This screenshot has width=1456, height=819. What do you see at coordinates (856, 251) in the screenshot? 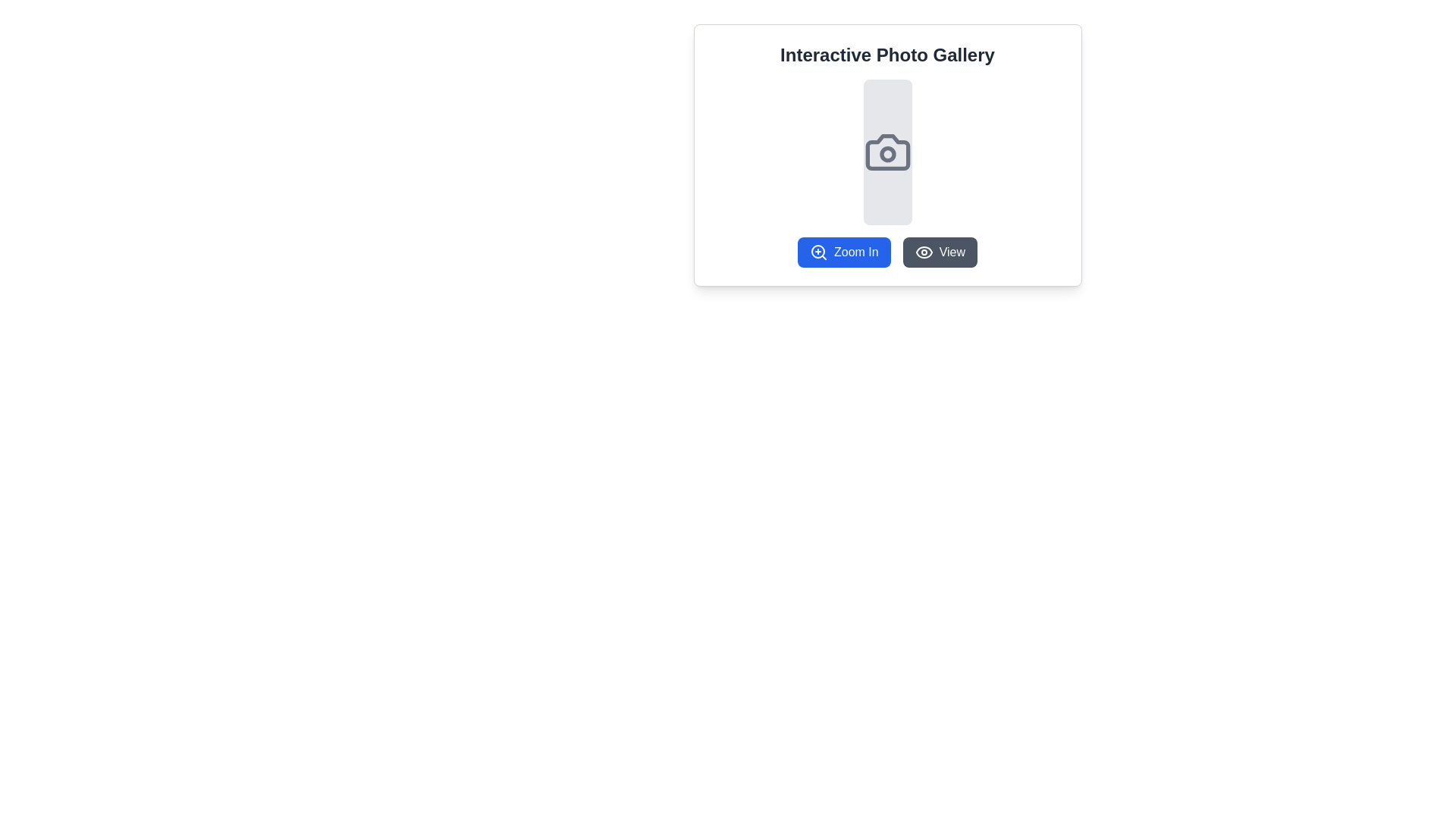
I see `the text label that indicates the zoom in functionality located in a button group below the main visual area, to the left of the 'View' button` at bounding box center [856, 251].